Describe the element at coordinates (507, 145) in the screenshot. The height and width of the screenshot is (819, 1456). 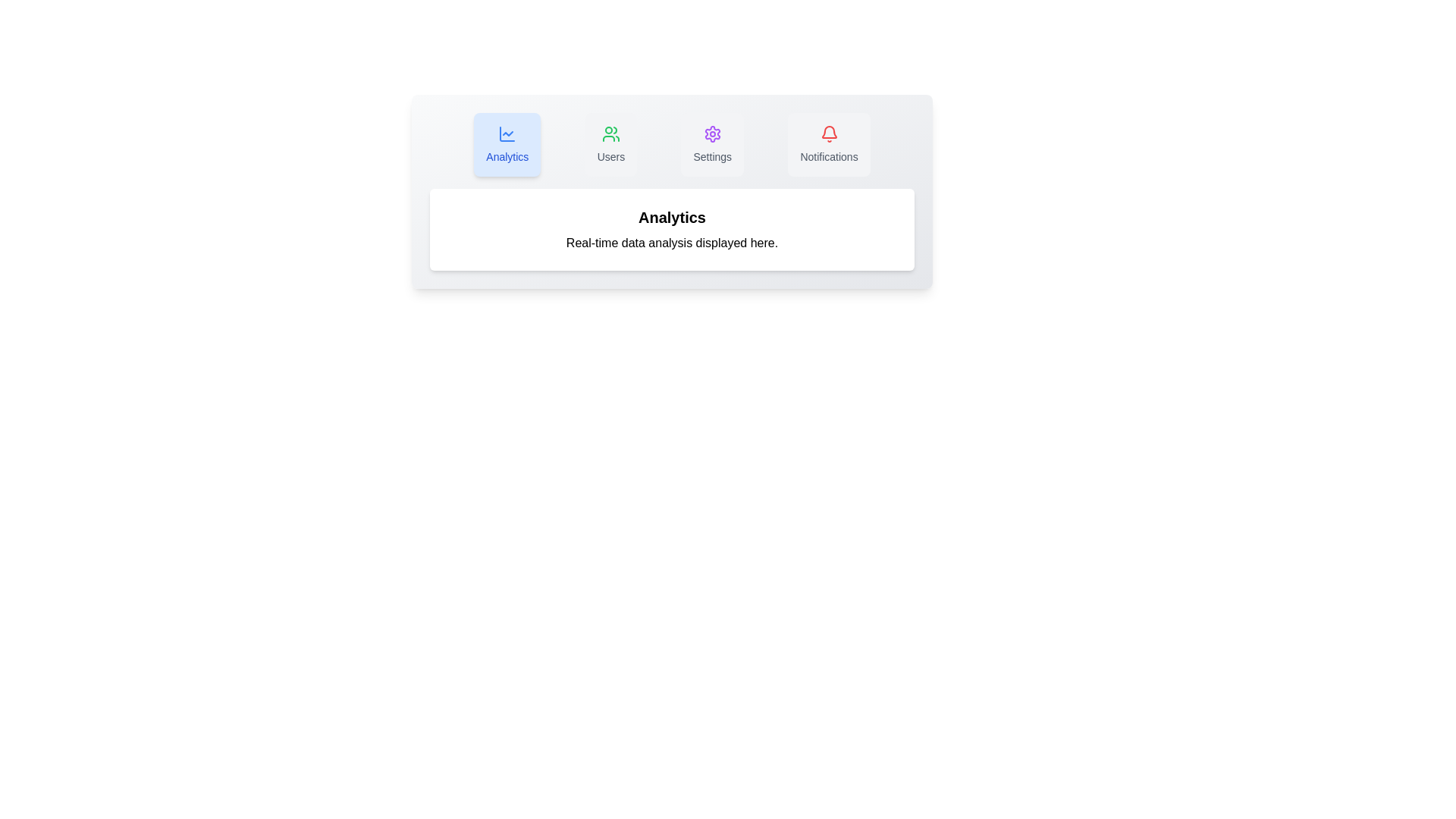
I see `the Analytics tab to switch to it` at that location.